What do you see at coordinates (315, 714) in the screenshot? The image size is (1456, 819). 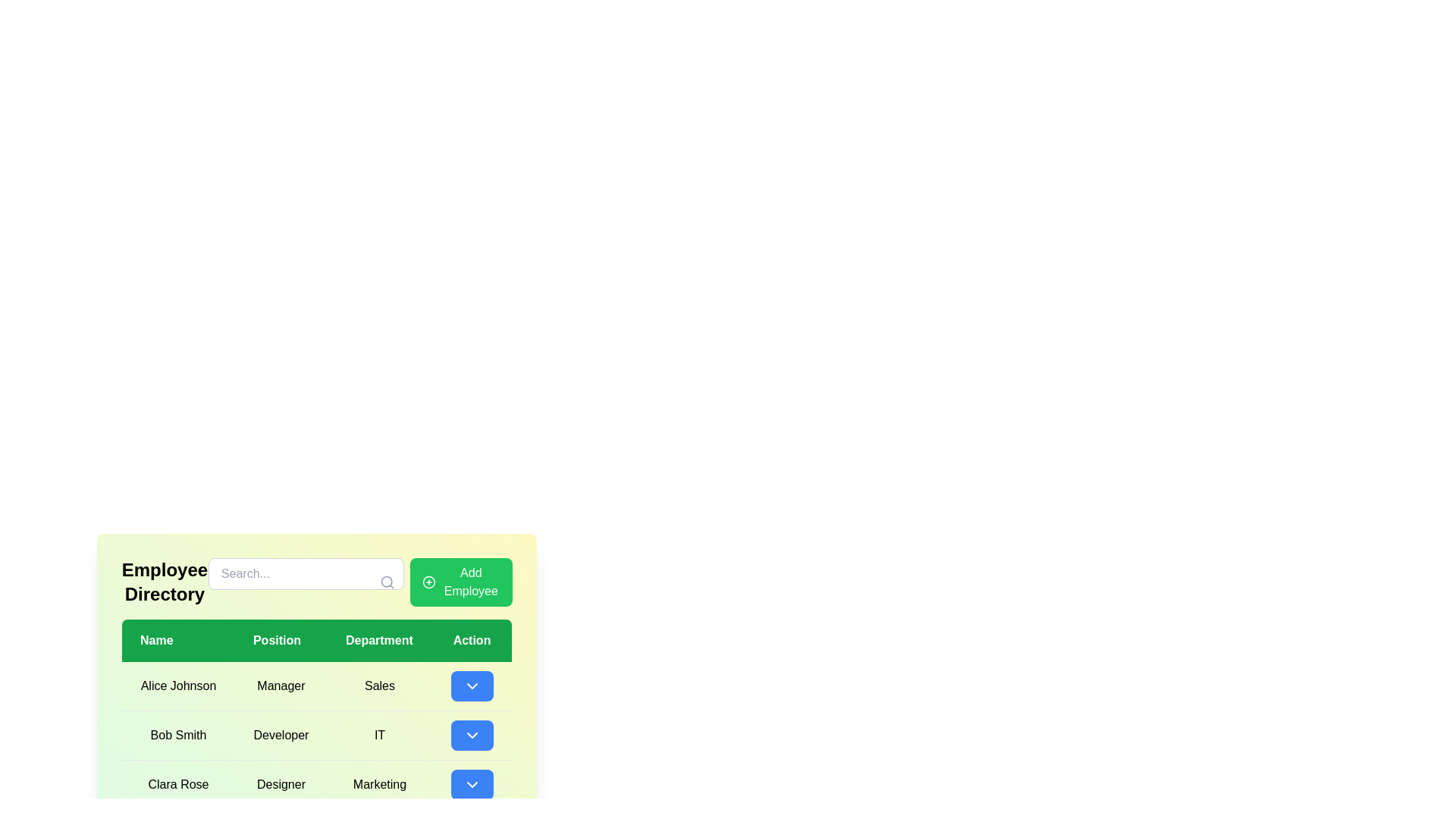 I see `the table cell displaying 'Developer' in the 'Position' column of the Employee Directory, located in the second row of the table` at bounding box center [315, 714].